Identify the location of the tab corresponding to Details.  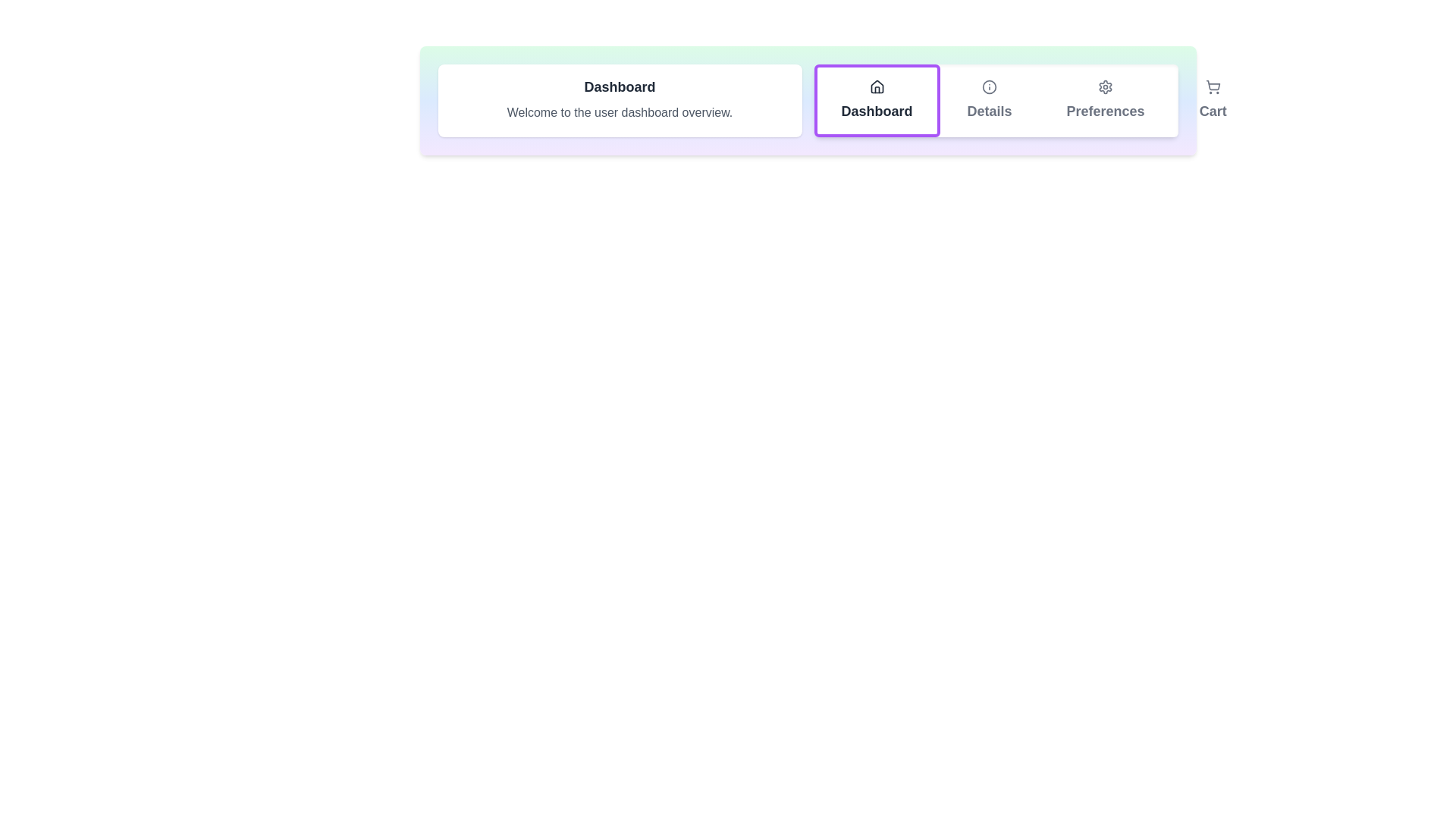
(990, 100).